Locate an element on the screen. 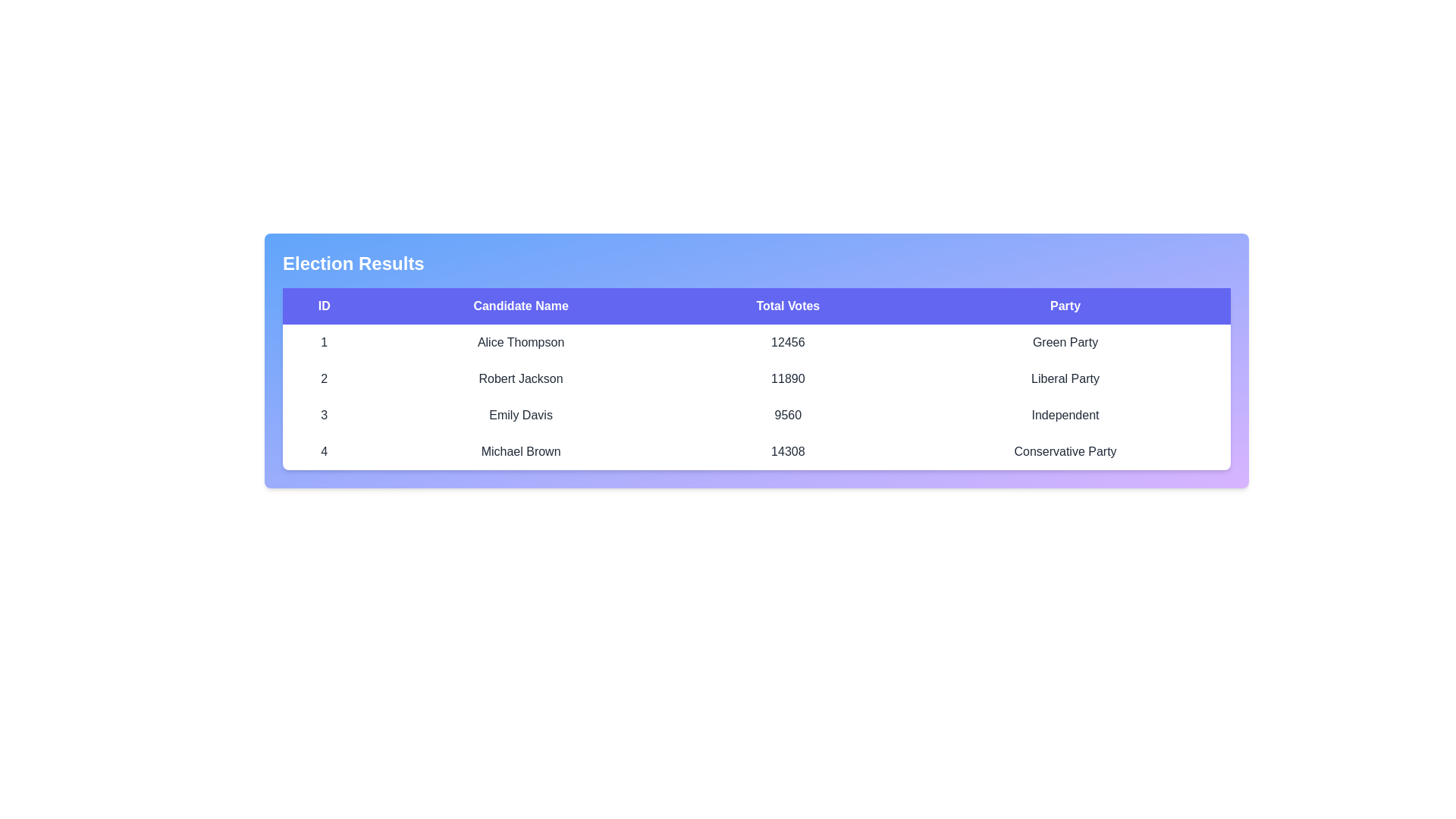 Image resolution: width=1456 pixels, height=819 pixels. the row corresponding to the candidate with ID 2 is located at coordinates (757, 378).